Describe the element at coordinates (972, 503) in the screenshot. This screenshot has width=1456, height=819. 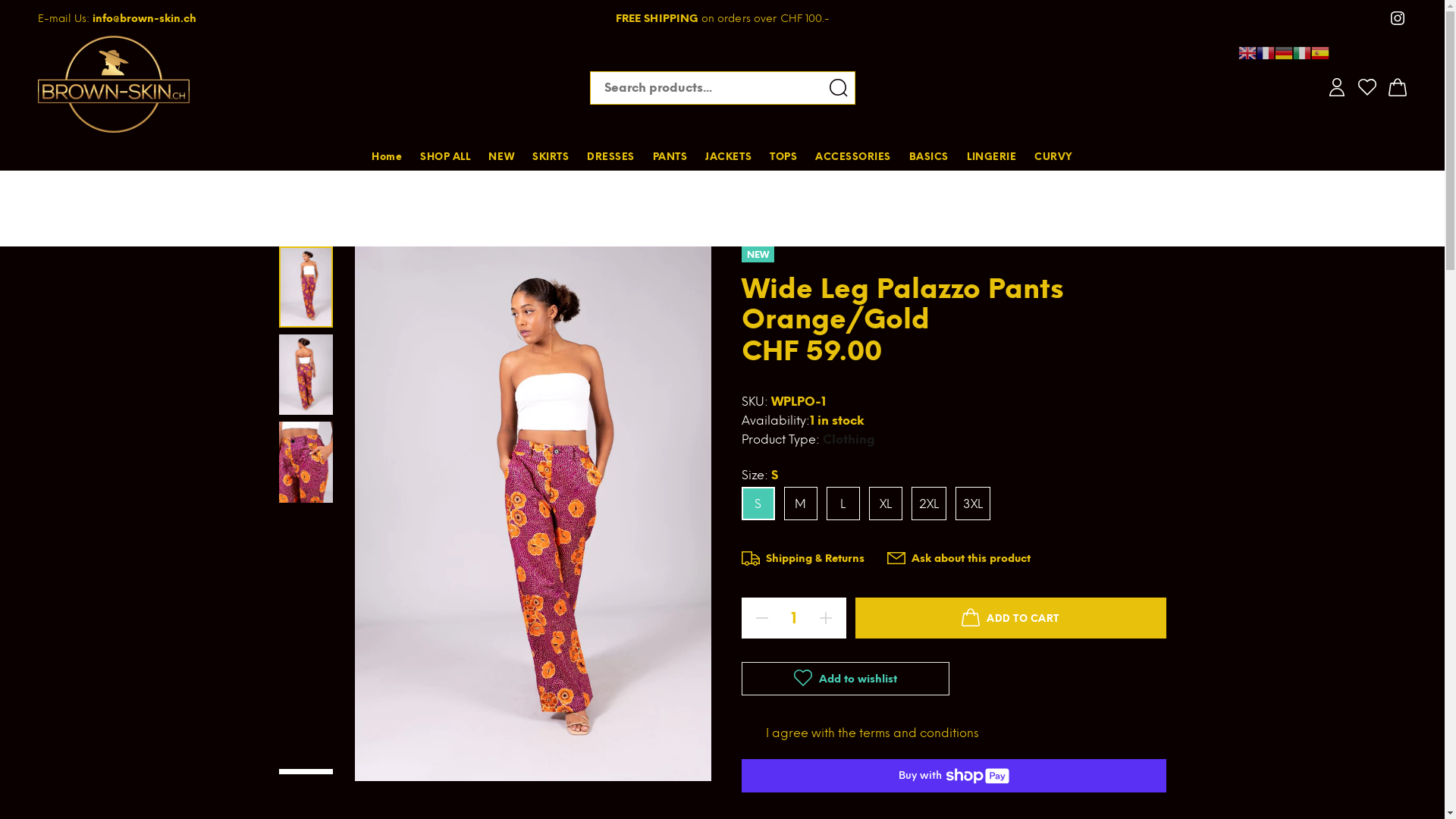
I see `'3XL'` at that location.